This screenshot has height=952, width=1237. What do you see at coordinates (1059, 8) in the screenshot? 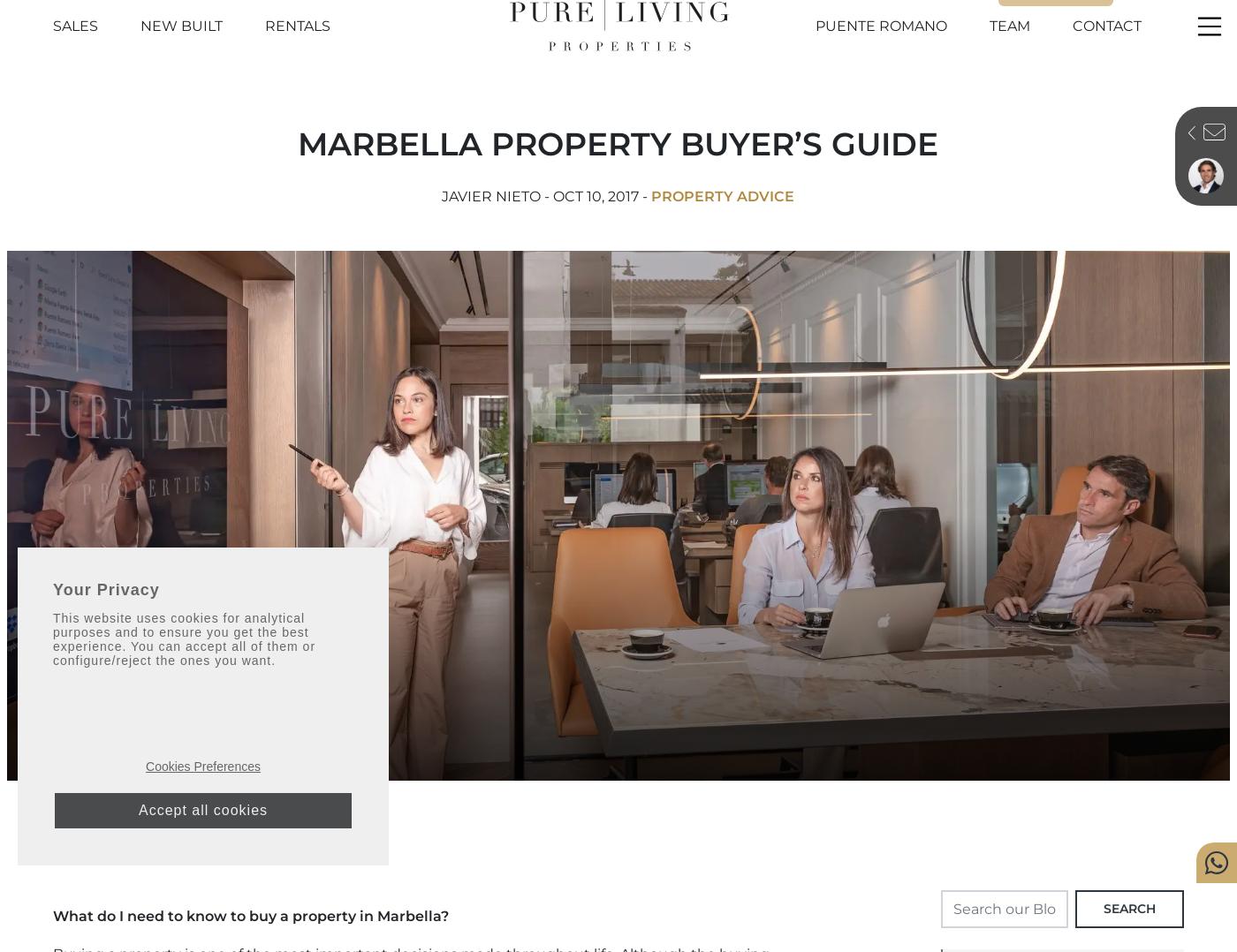
I see `'Properties saved'` at bounding box center [1059, 8].